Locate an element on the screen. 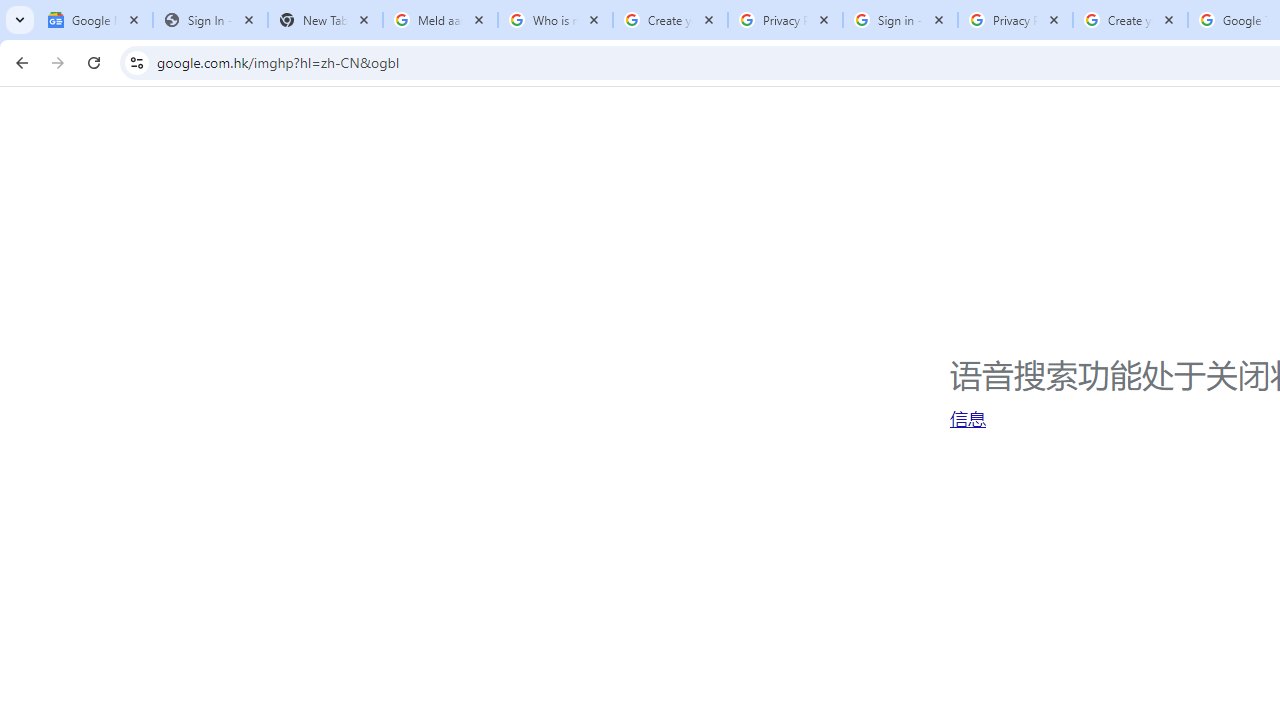  'Sign in - Google Accounts' is located at coordinates (899, 20).